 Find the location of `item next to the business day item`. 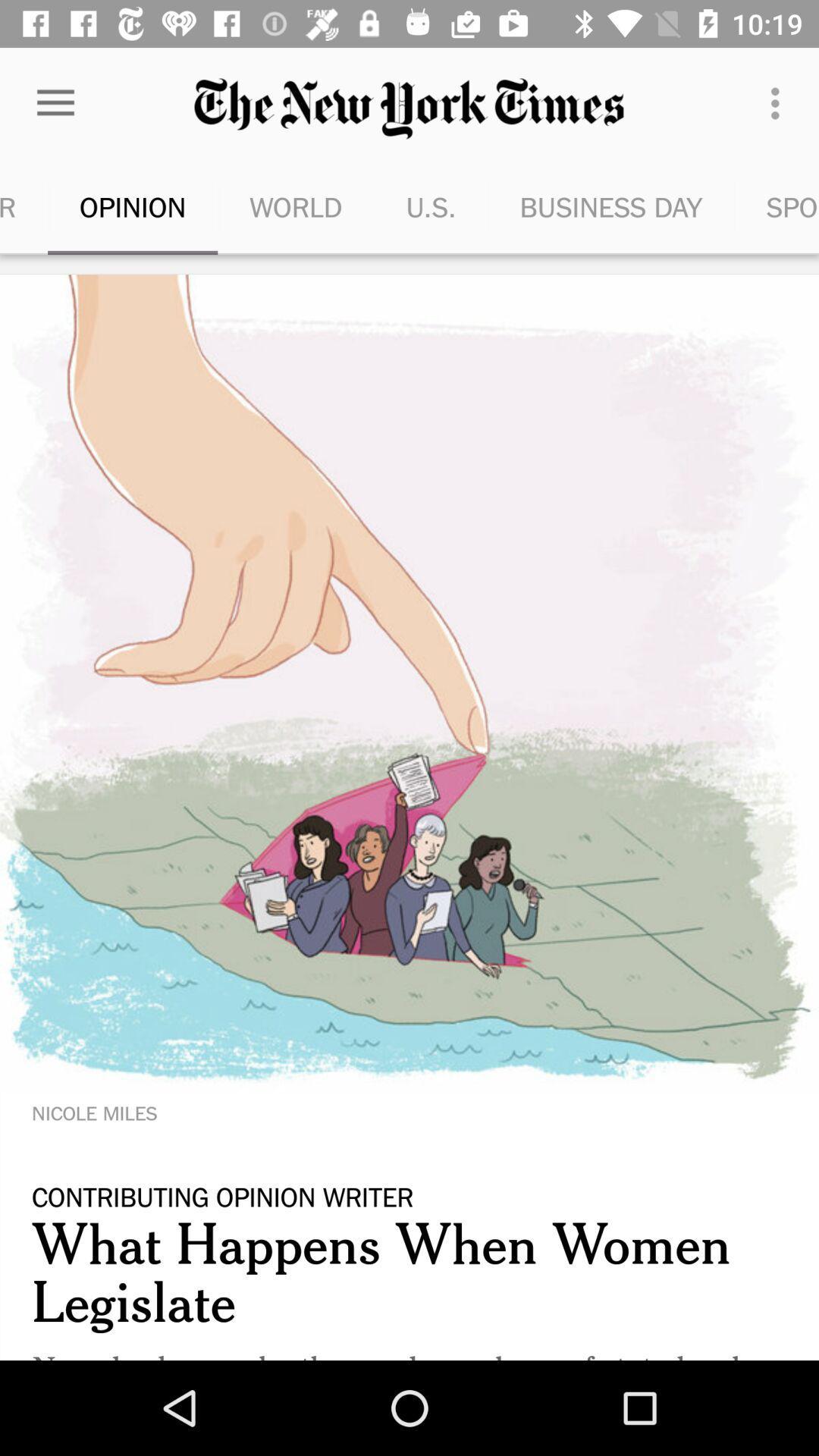

item next to the business day item is located at coordinates (431, 206).